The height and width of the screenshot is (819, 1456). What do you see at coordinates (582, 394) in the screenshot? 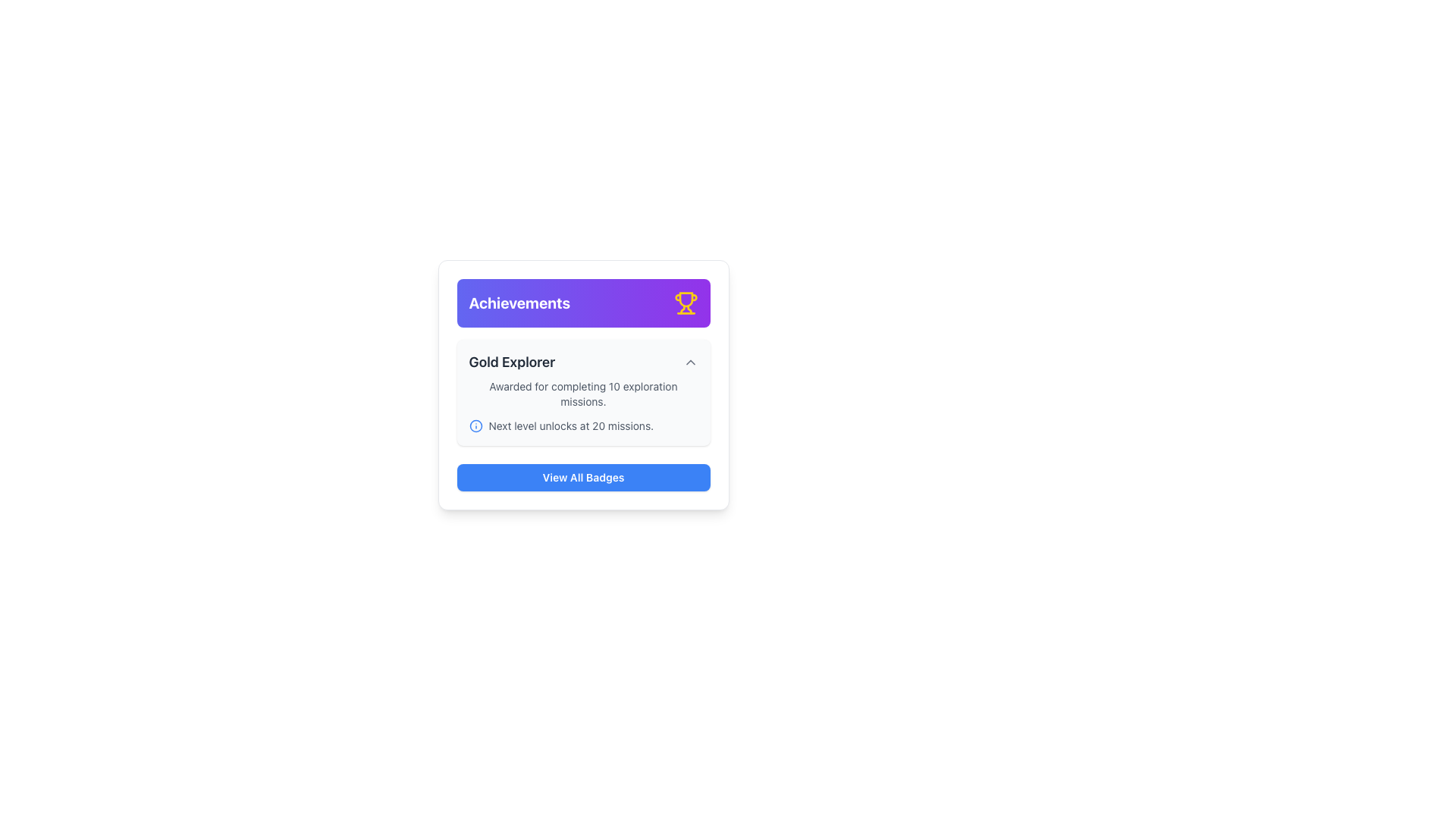
I see `the text label that reads 'Awarded for completing 10 exploration missions.' located directly below the 'Gold Explorer' header in the achievements card` at bounding box center [582, 394].